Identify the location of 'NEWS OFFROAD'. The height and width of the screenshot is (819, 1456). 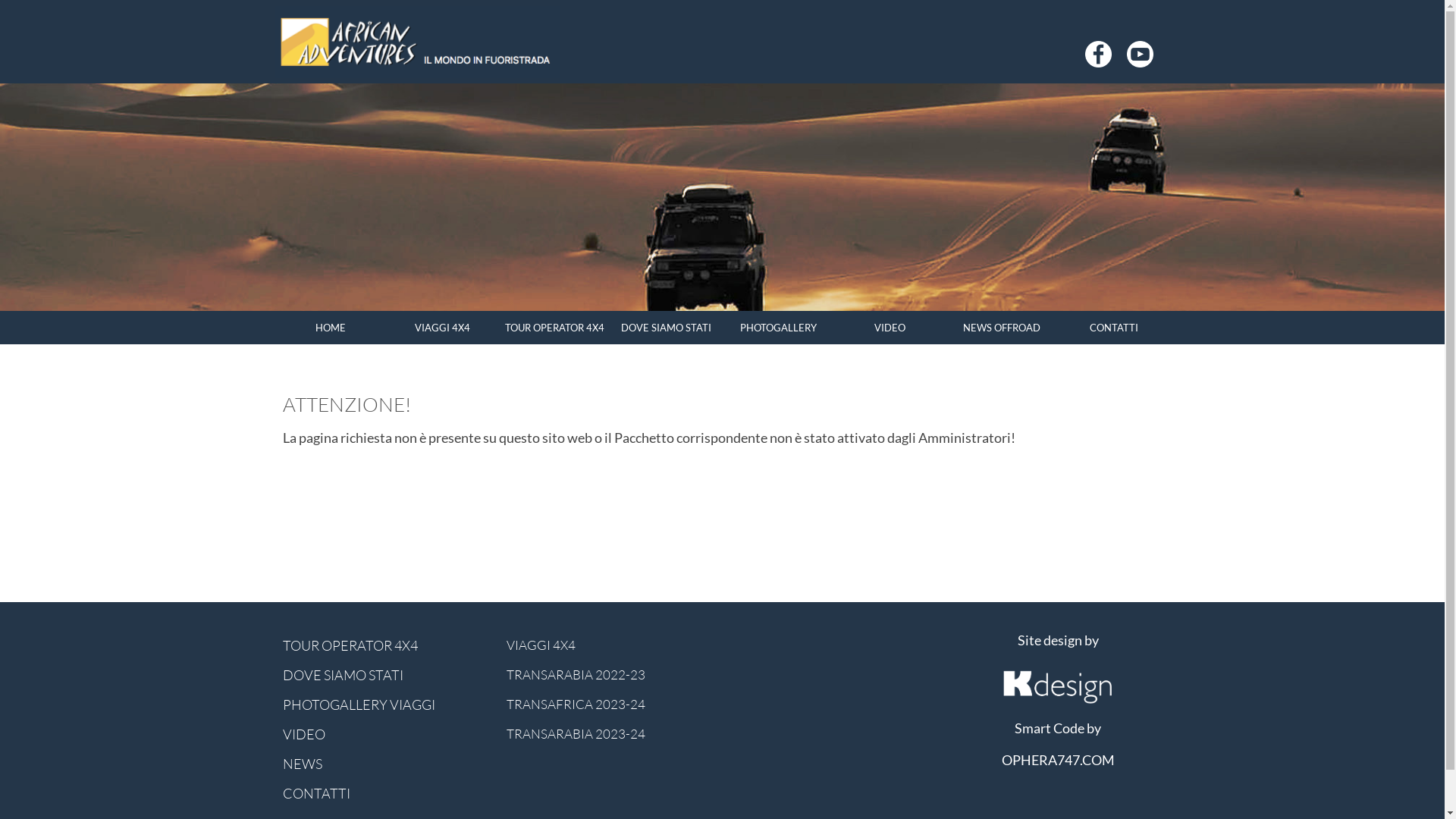
(1002, 327).